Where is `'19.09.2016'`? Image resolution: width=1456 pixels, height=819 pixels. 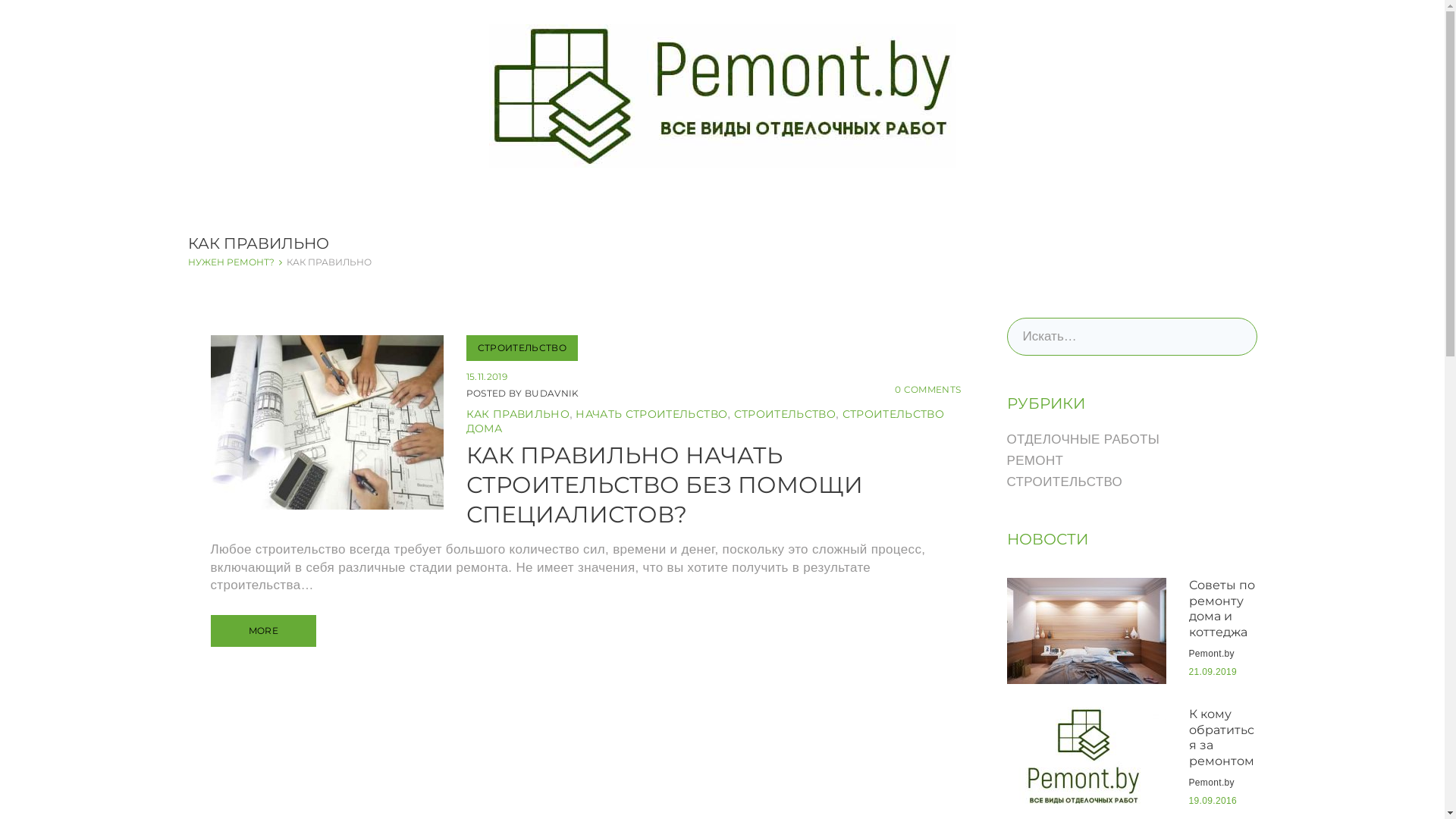
'19.09.2016' is located at coordinates (1188, 800).